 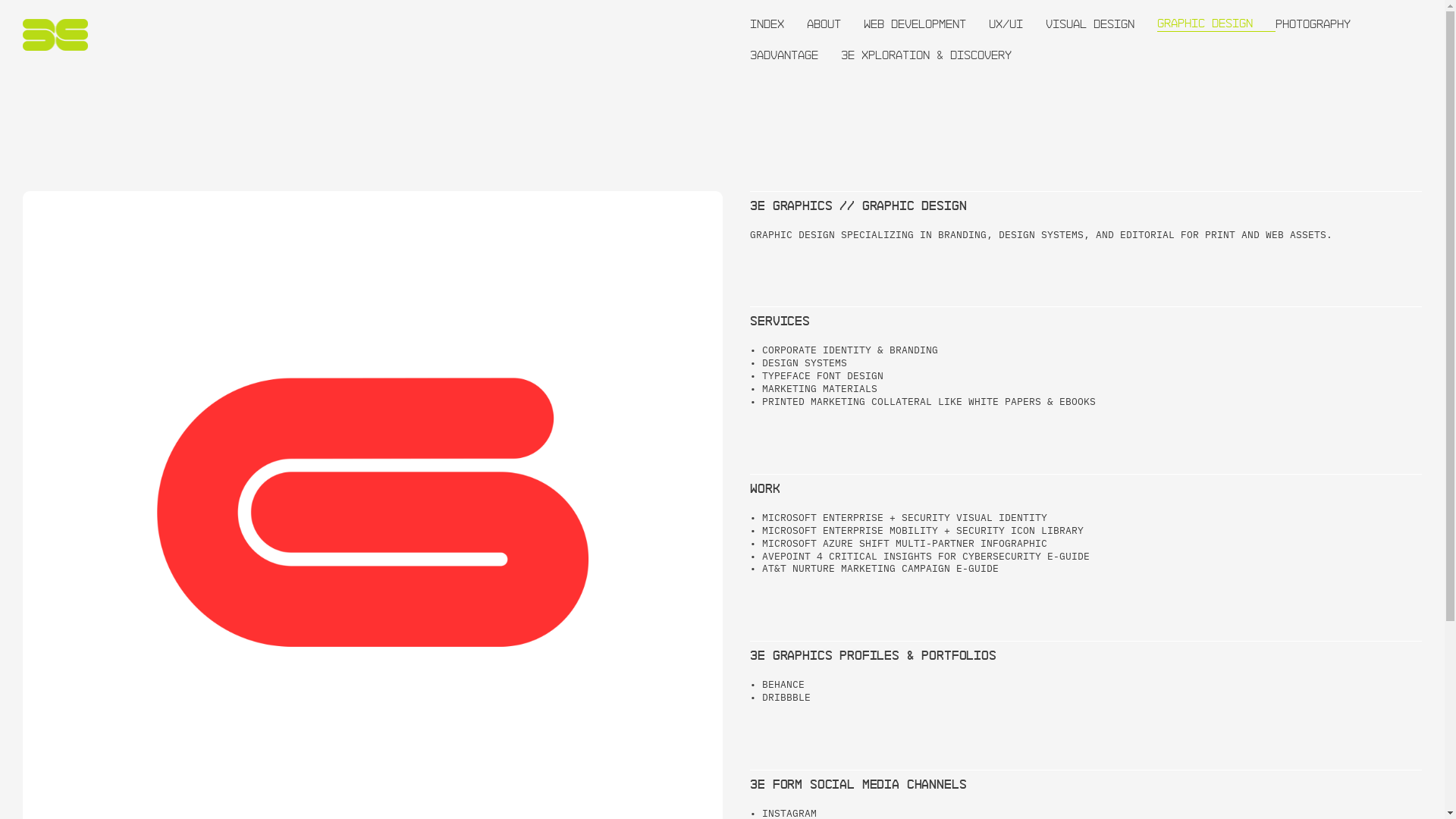 What do you see at coordinates (795, 46) in the screenshot?
I see `'3ADVANTAGE'` at bounding box center [795, 46].